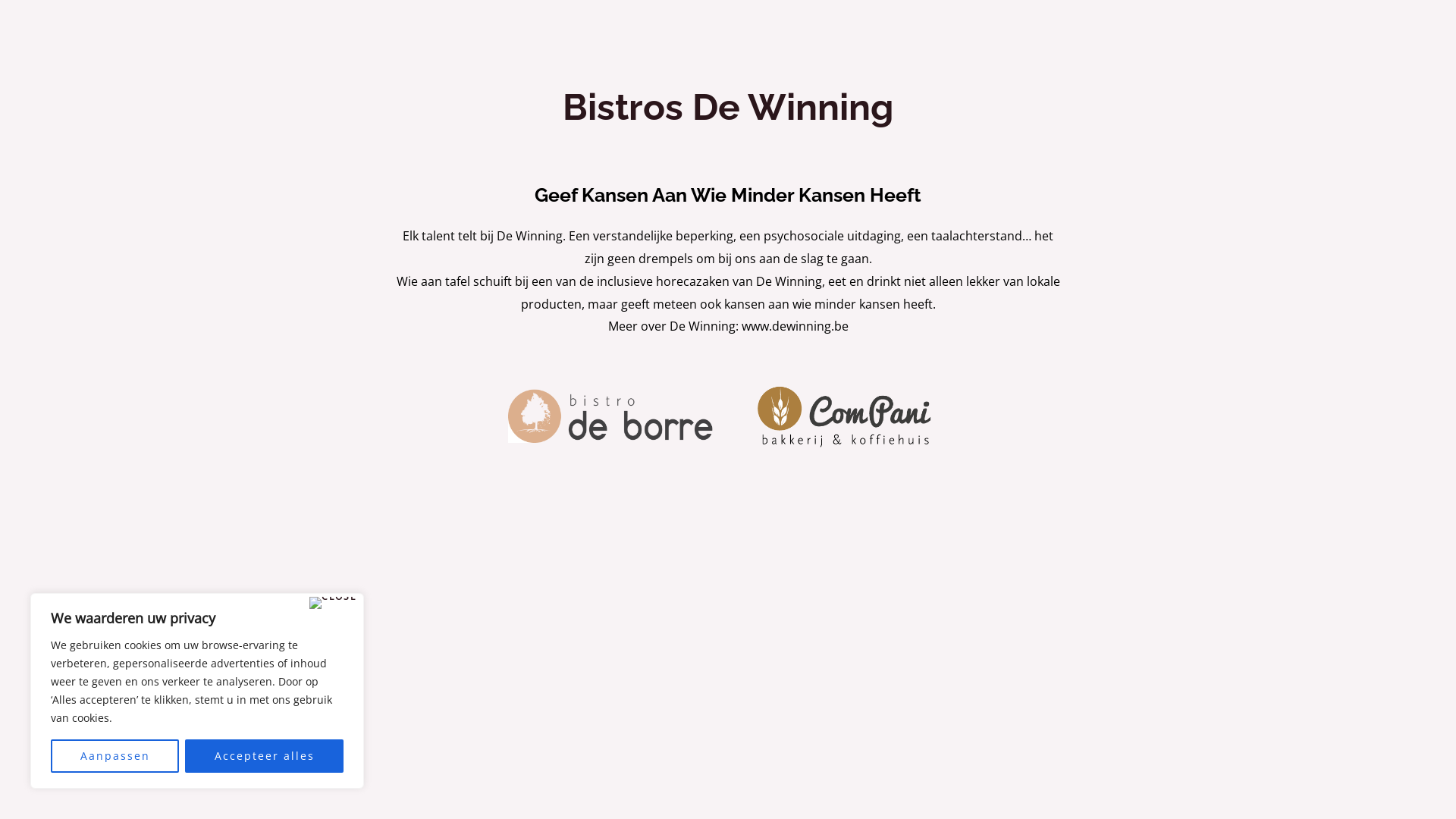 The width and height of the screenshot is (1456, 819). Describe the element at coordinates (794, 325) in the screenshot. I see `'www.dewinning.be'` at that location.